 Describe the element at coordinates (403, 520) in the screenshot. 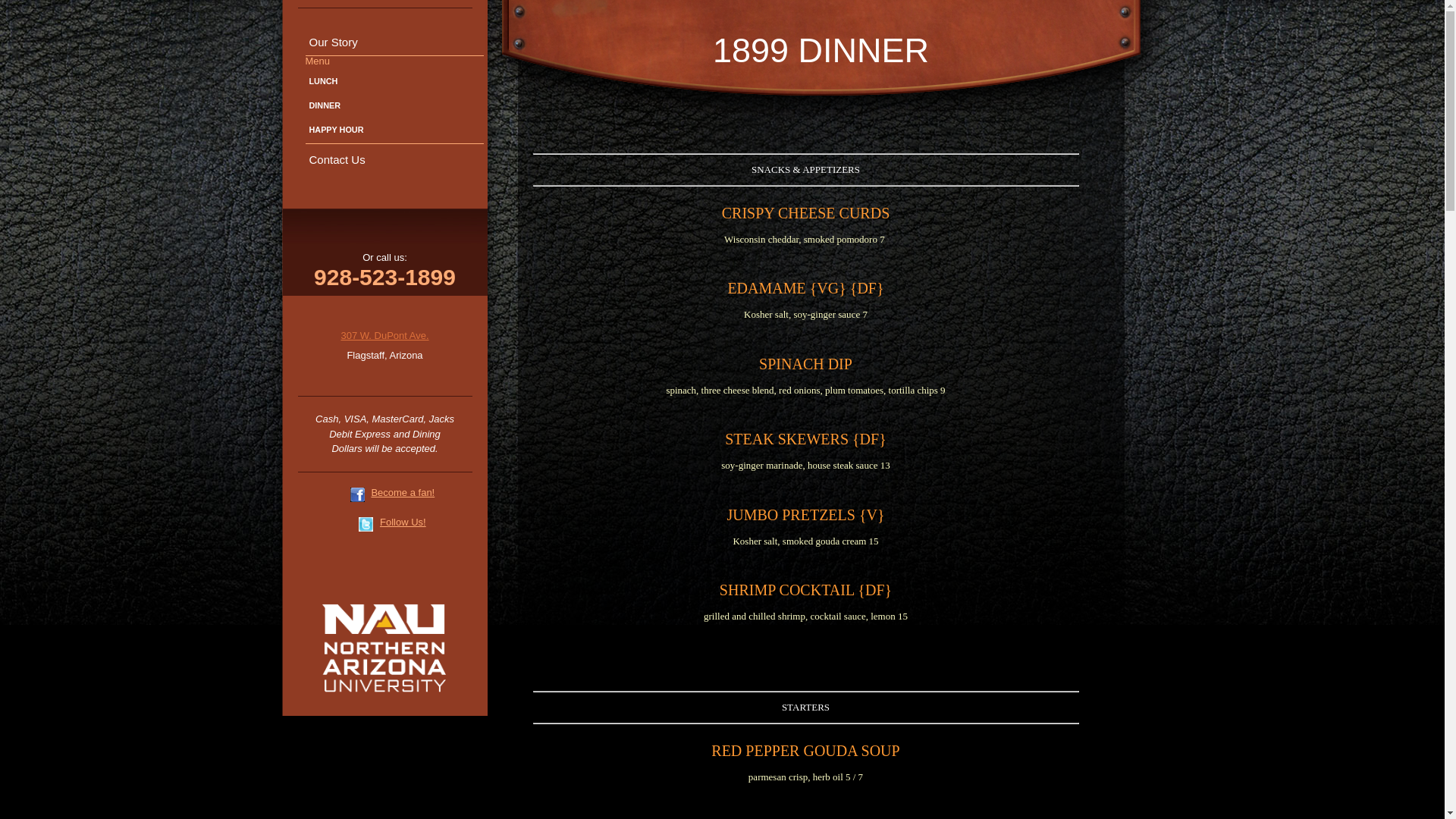

I see `'Follow Us!'` at that location.